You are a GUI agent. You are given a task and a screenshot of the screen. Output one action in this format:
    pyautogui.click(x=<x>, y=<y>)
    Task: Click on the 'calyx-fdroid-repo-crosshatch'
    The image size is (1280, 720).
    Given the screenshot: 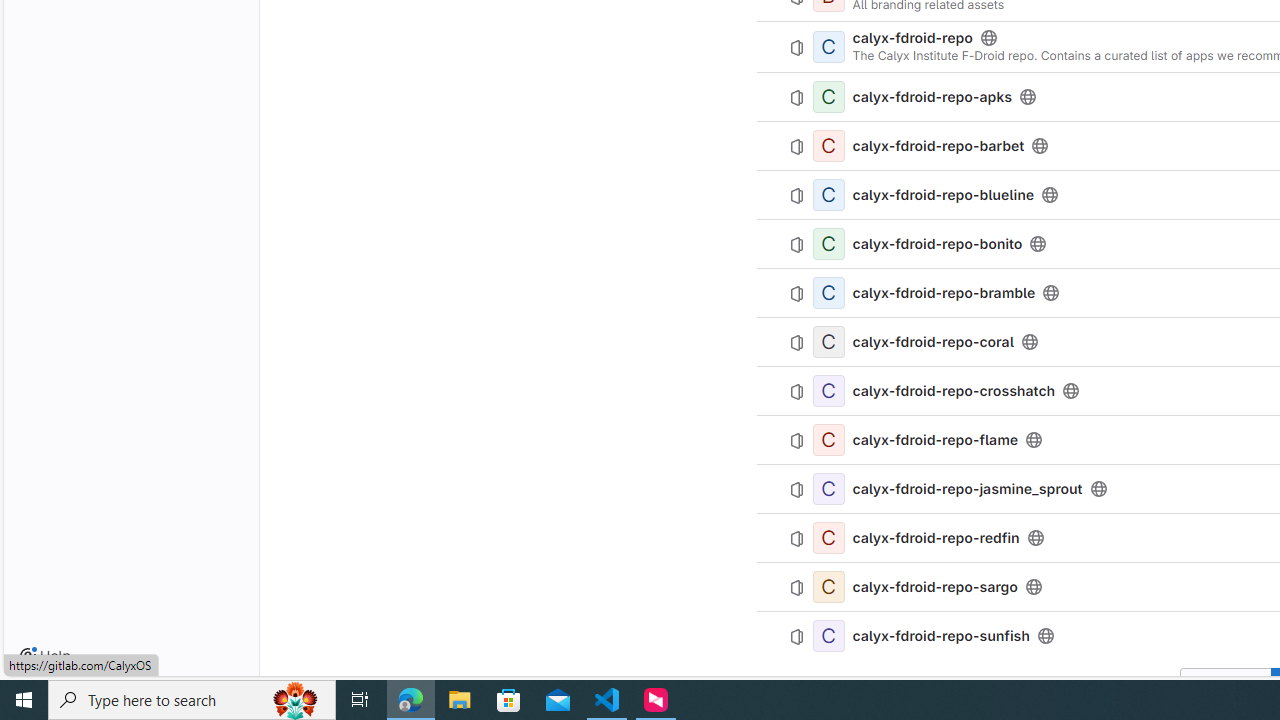 What is the action you would take?
    pyautogui.click(x=953, y=390)
    